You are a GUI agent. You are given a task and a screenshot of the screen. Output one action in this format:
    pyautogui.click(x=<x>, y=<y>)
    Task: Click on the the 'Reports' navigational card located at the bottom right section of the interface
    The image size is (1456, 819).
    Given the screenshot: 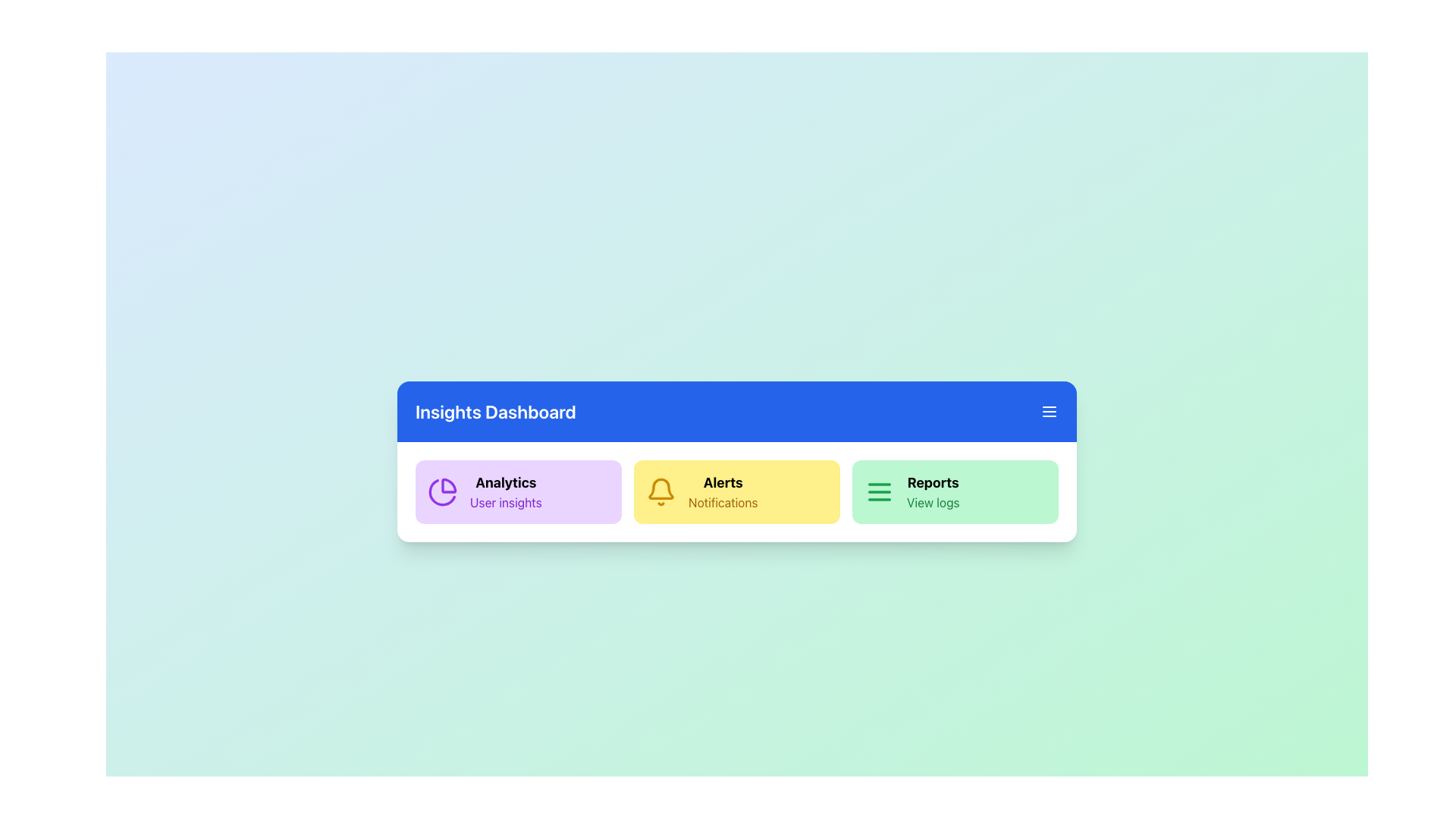 What is the action you would take?
    pyautogui.click(x=954, y=491)
    